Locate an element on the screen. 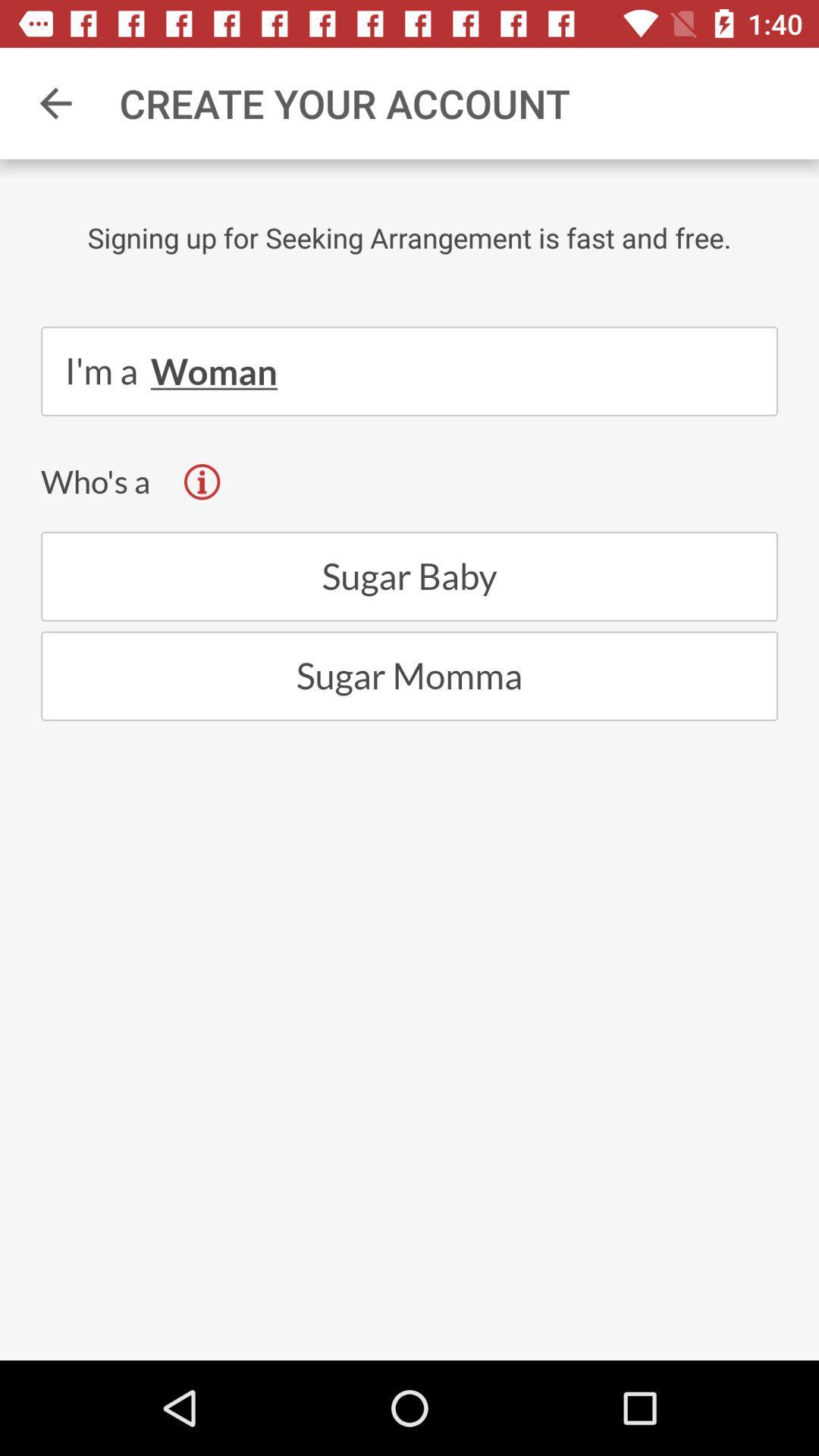 Image resolution: width=819 pixels, height=1456 pixels. the item below sugar momma item is located at coordinates (409, 1230).